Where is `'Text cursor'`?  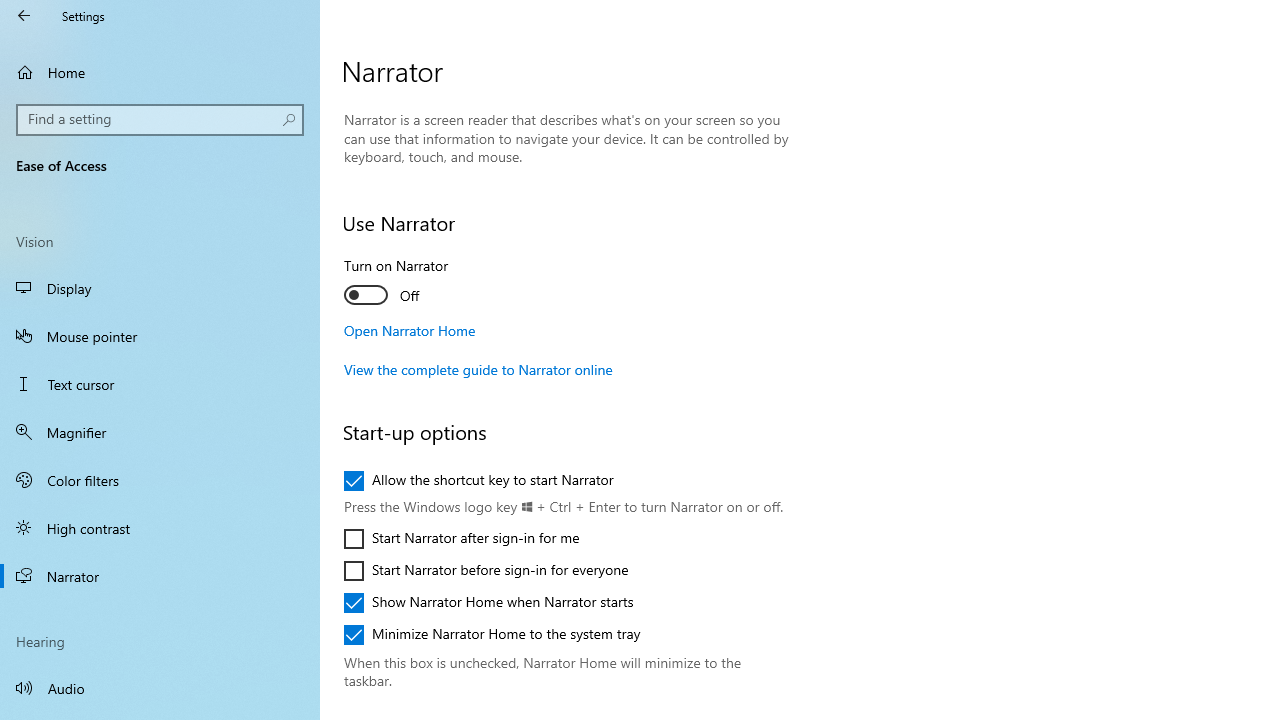 'Text cursor' is located at coordinates (160, 384).